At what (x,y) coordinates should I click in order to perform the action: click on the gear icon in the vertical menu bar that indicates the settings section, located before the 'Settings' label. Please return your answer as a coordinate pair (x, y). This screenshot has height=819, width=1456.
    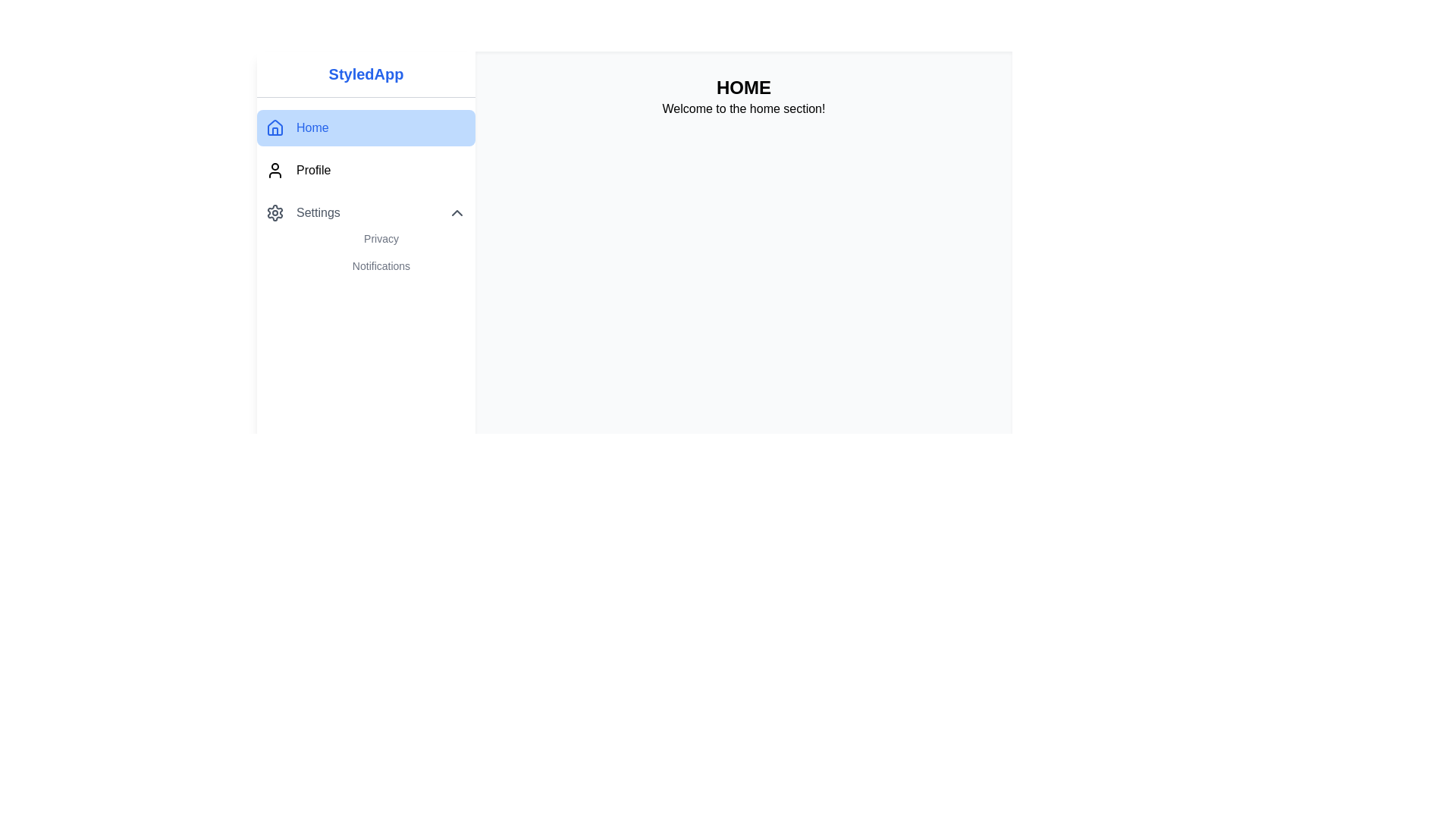
    Looking at the image, I should click on (275, 213).